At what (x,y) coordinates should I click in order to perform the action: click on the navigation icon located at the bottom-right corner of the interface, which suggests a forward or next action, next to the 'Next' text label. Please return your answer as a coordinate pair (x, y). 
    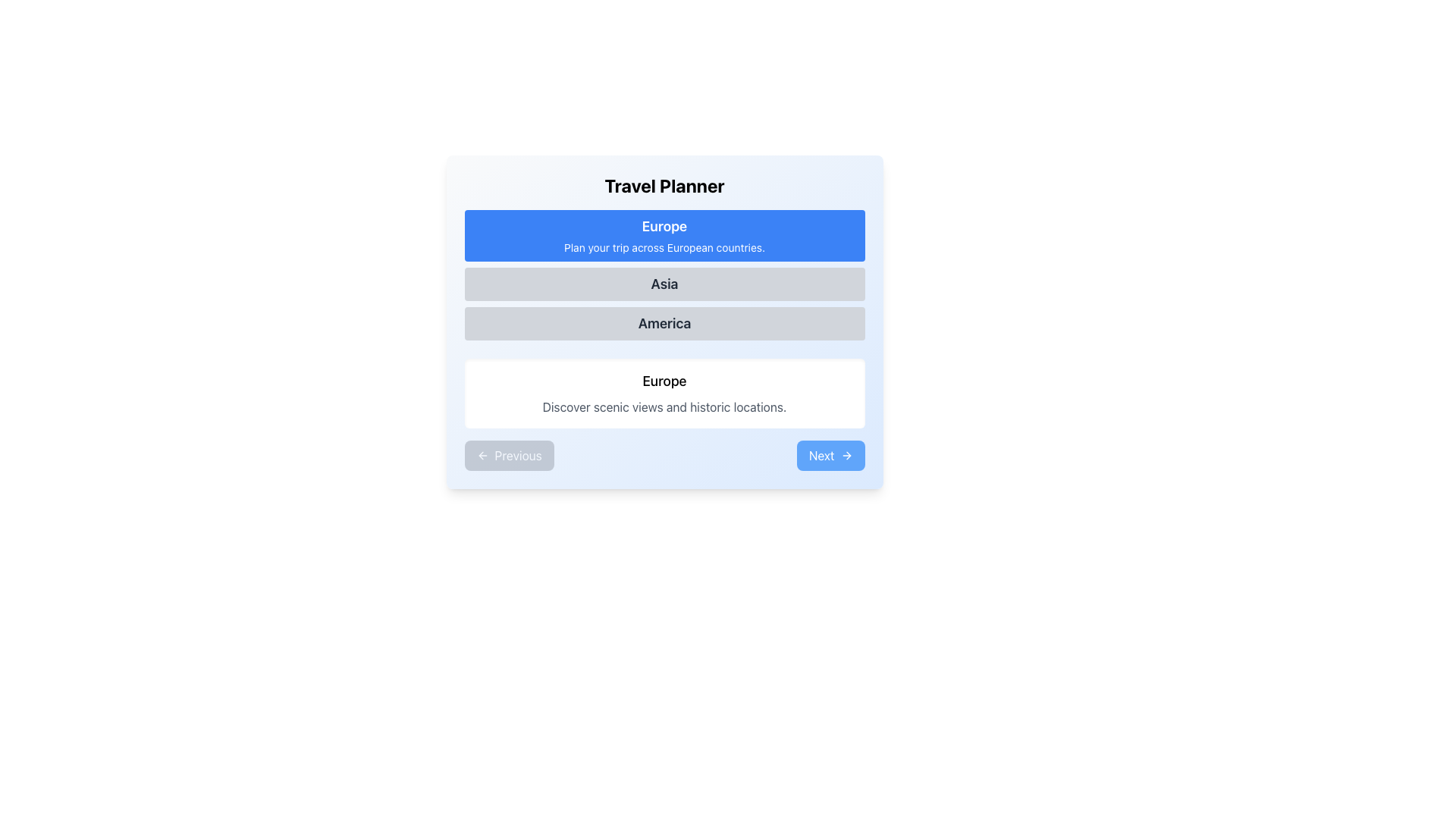
    Looking at the image, I should click on (847, 455).